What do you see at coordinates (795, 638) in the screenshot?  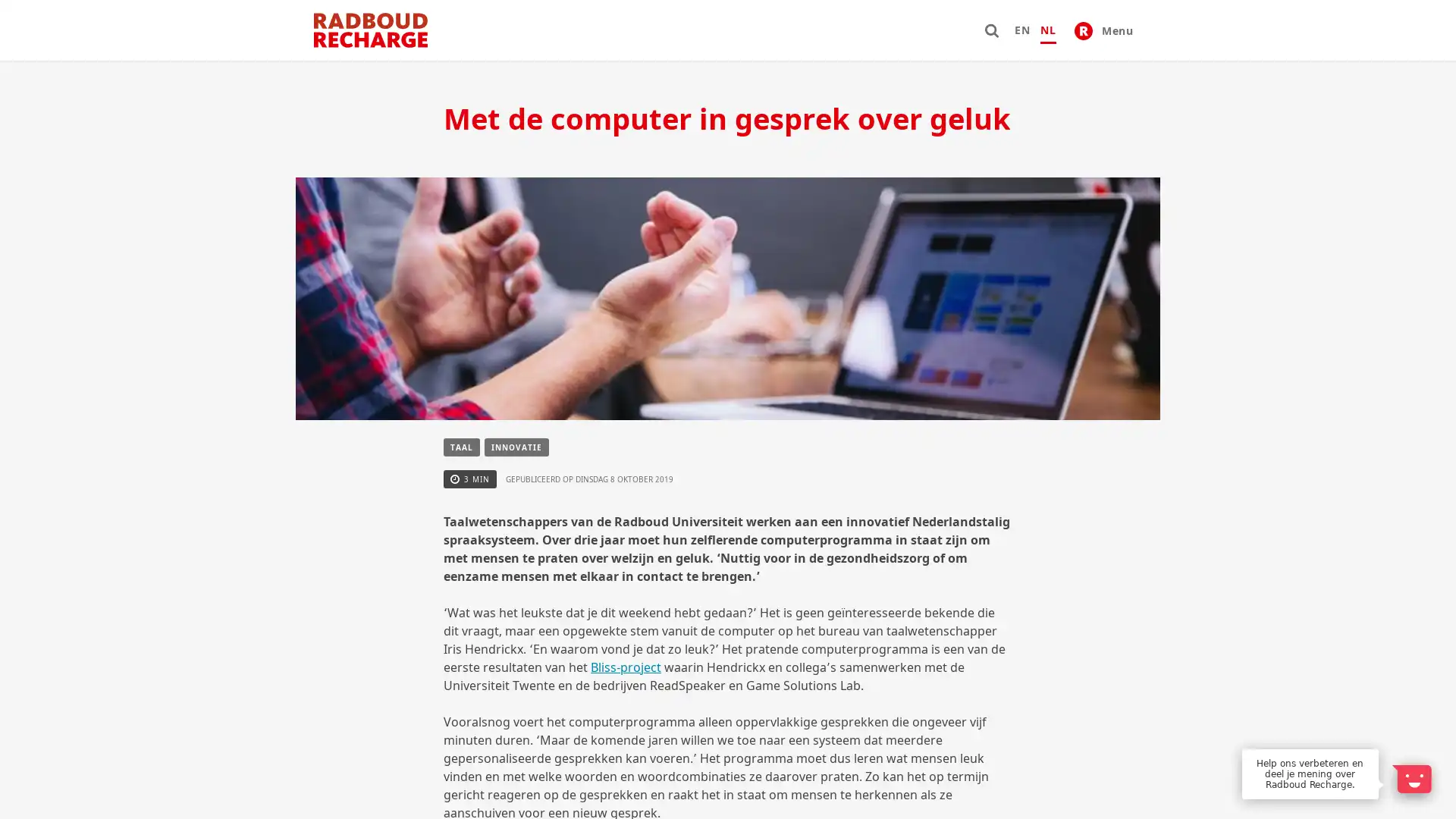 I see `Selectie wissen` at bounding box center [795, 638].